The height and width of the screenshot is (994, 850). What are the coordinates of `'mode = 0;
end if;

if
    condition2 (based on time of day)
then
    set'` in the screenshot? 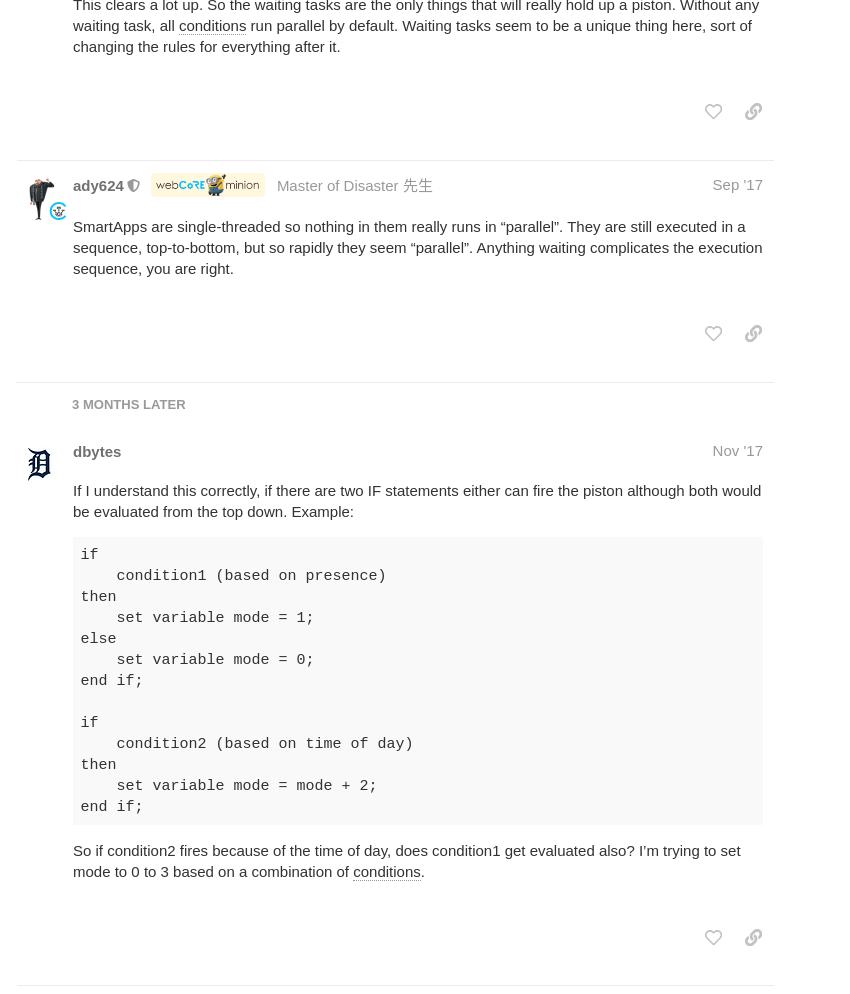 It's located at (246, 722).